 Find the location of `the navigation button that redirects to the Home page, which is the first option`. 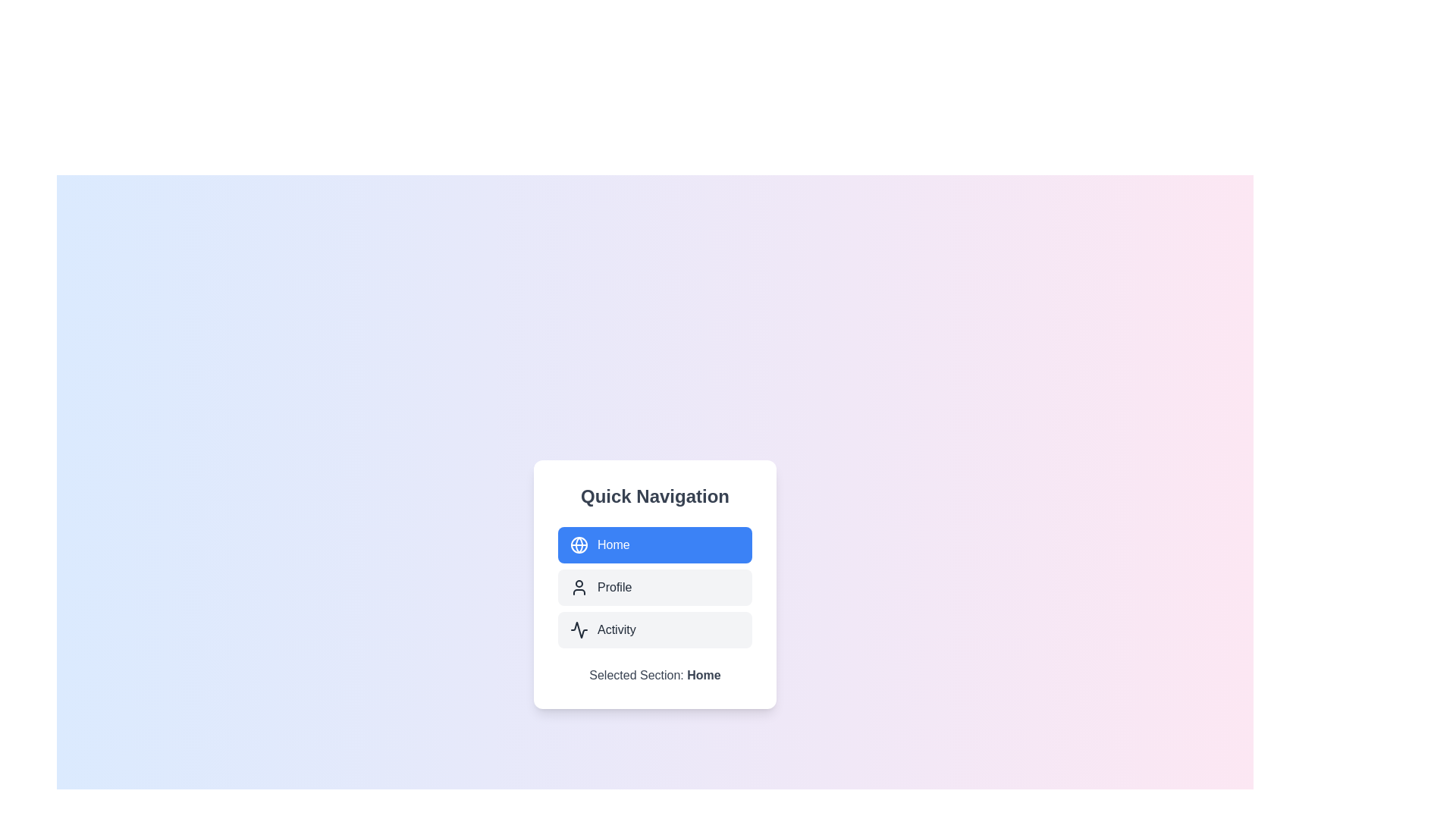

the navigation button that redirects to the Home page, which is the first option is located at coordinates (655, 544).